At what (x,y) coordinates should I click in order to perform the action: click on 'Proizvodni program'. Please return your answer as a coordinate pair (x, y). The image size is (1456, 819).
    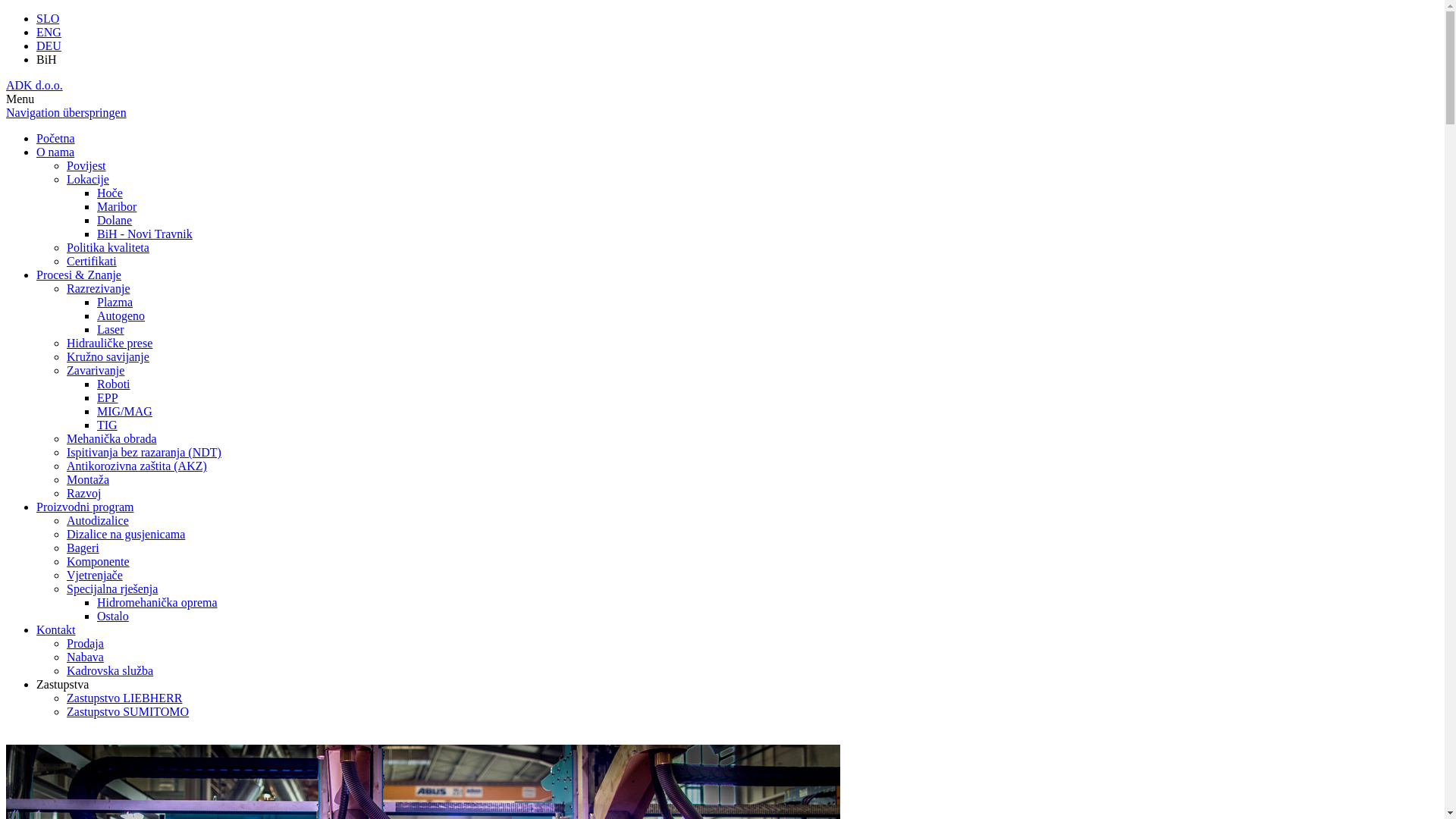
    Looking at the image, I should click on (83, 507).